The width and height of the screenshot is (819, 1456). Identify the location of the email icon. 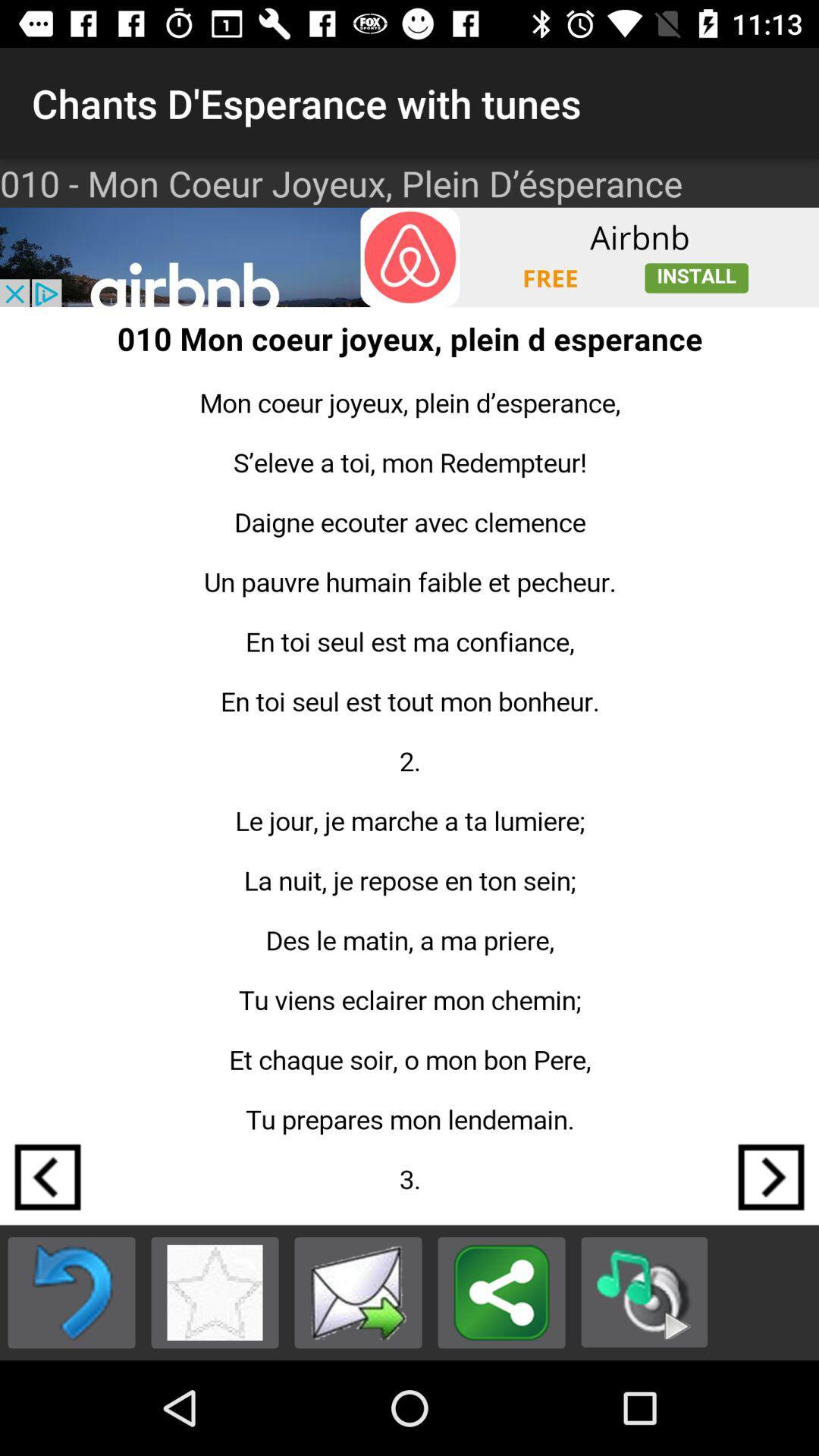
(358, 1291).